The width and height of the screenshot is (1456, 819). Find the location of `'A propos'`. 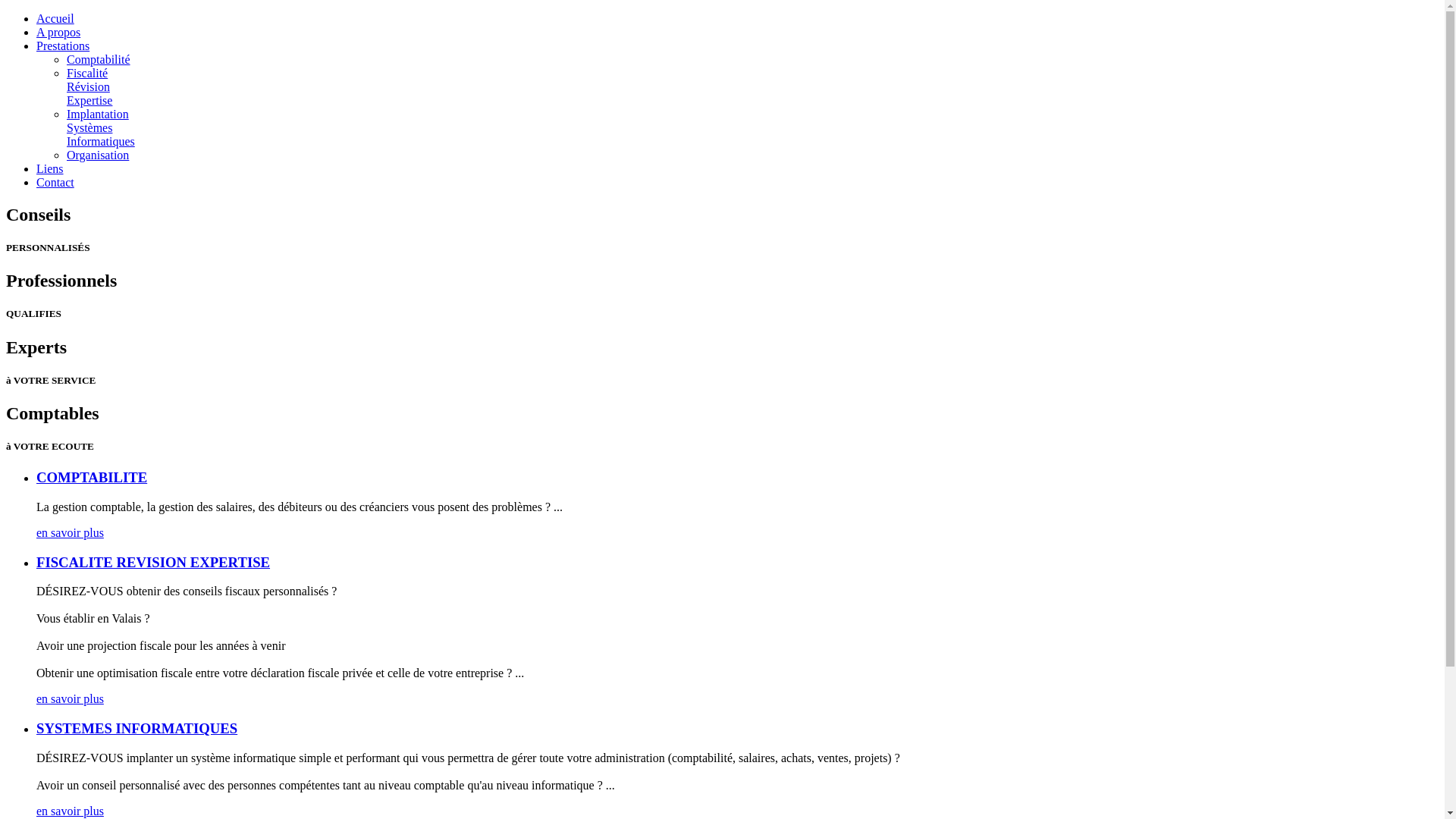

'A propos' is located at coordinates (58, 32).